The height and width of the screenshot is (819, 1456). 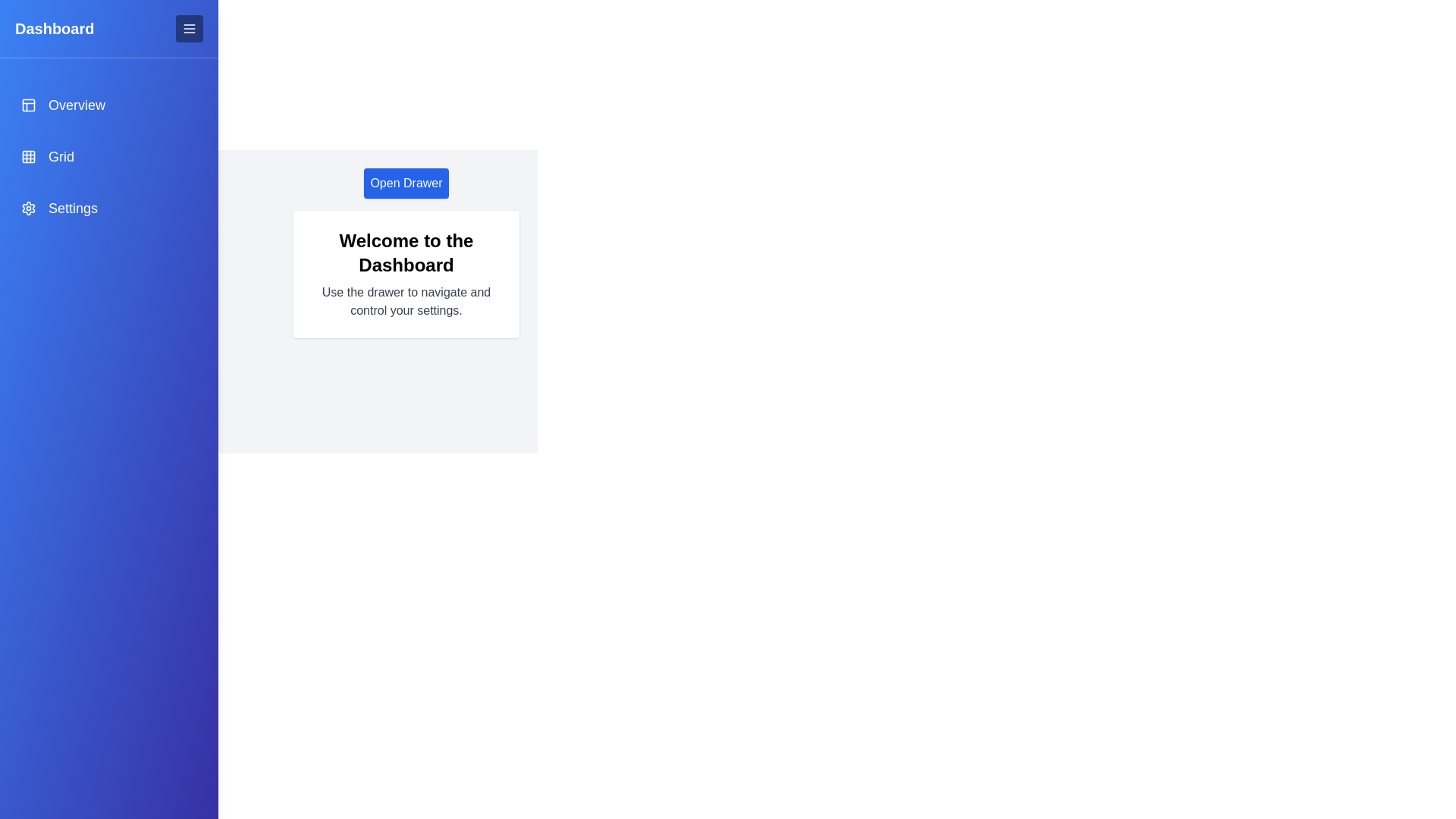 I want to click on drawer close button to close the drawer, so click(x=188, y=29).